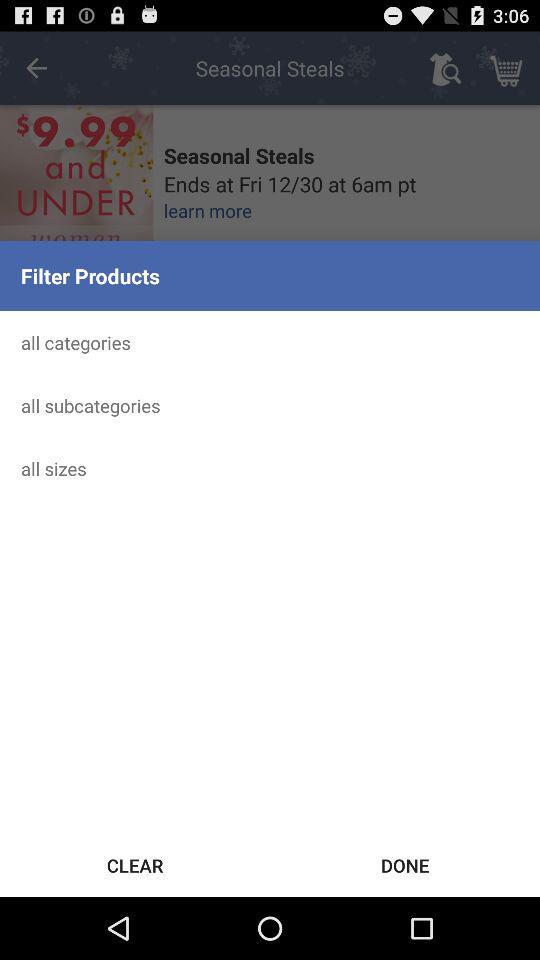  I want to click on icon below the all sizes, so click(135, 864).